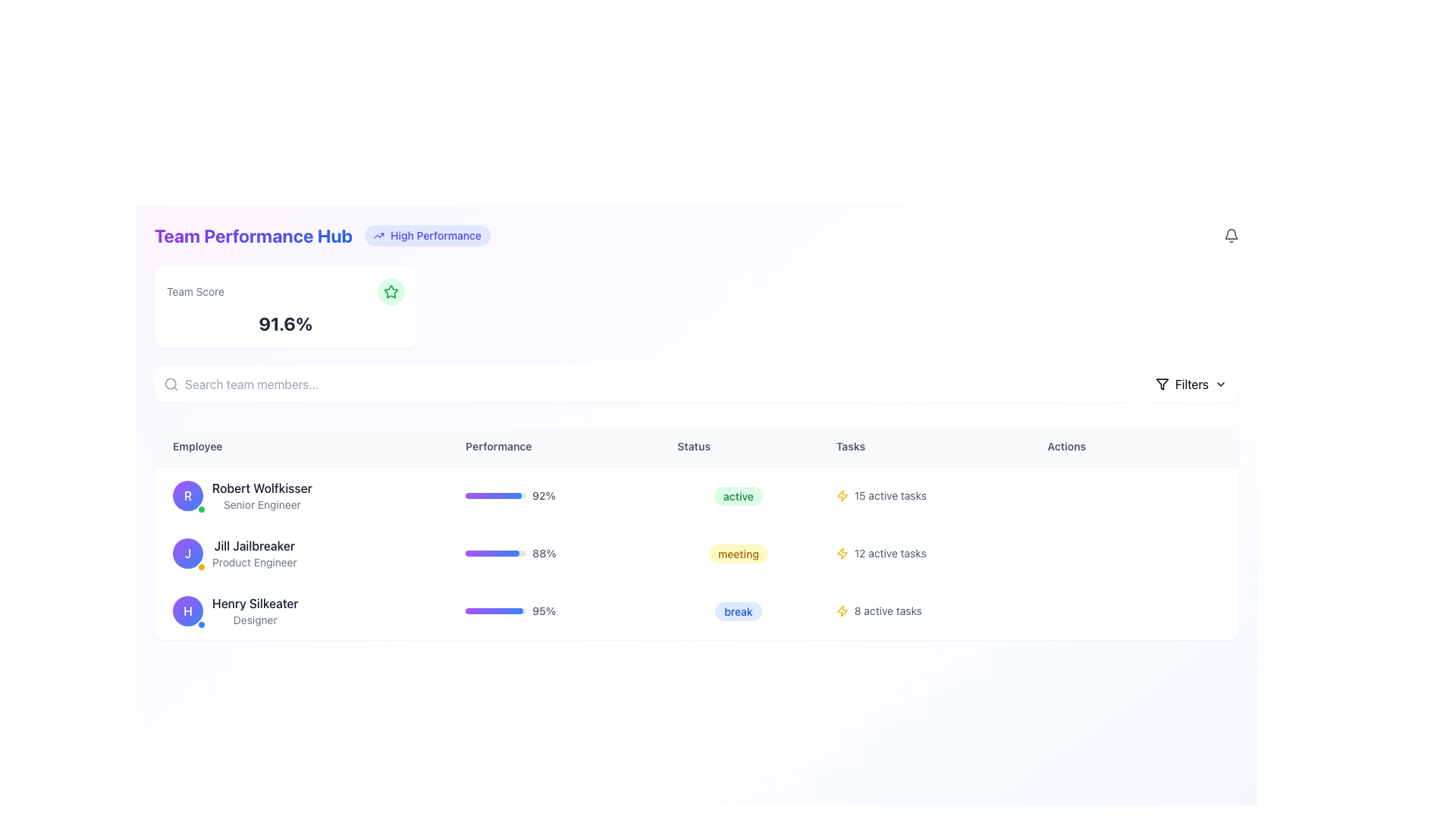 The height and width of the screenshot is (819, 1456). Describe the element at coordinates (254, 546) in the screenshot. I see `the text label displaying the name 'Jill Jailbreaker' to potentially see additional details` at that location.